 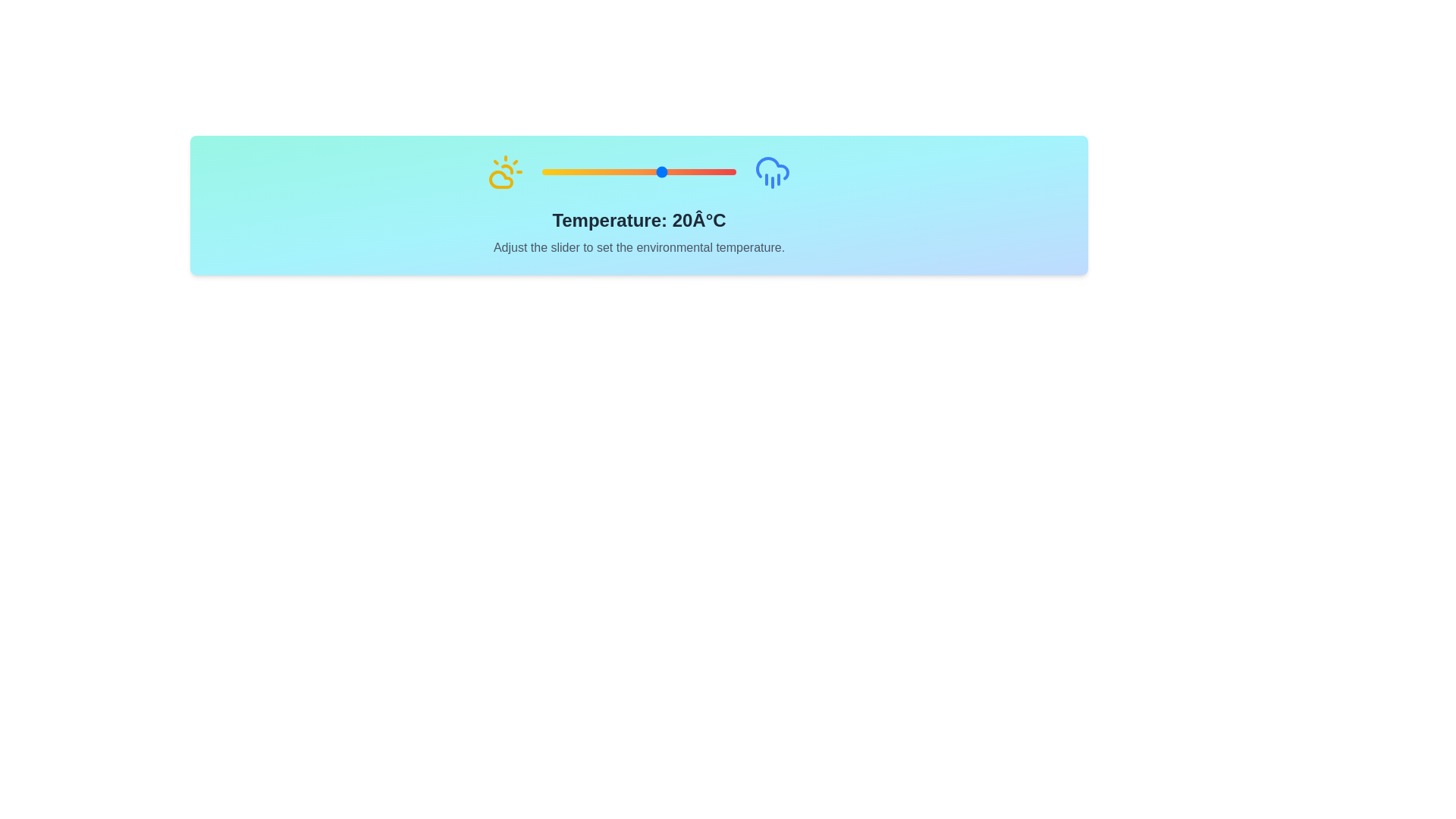 I want to click on the text 'Temperature: 20°C' to select it, so click(x=639, y=220).